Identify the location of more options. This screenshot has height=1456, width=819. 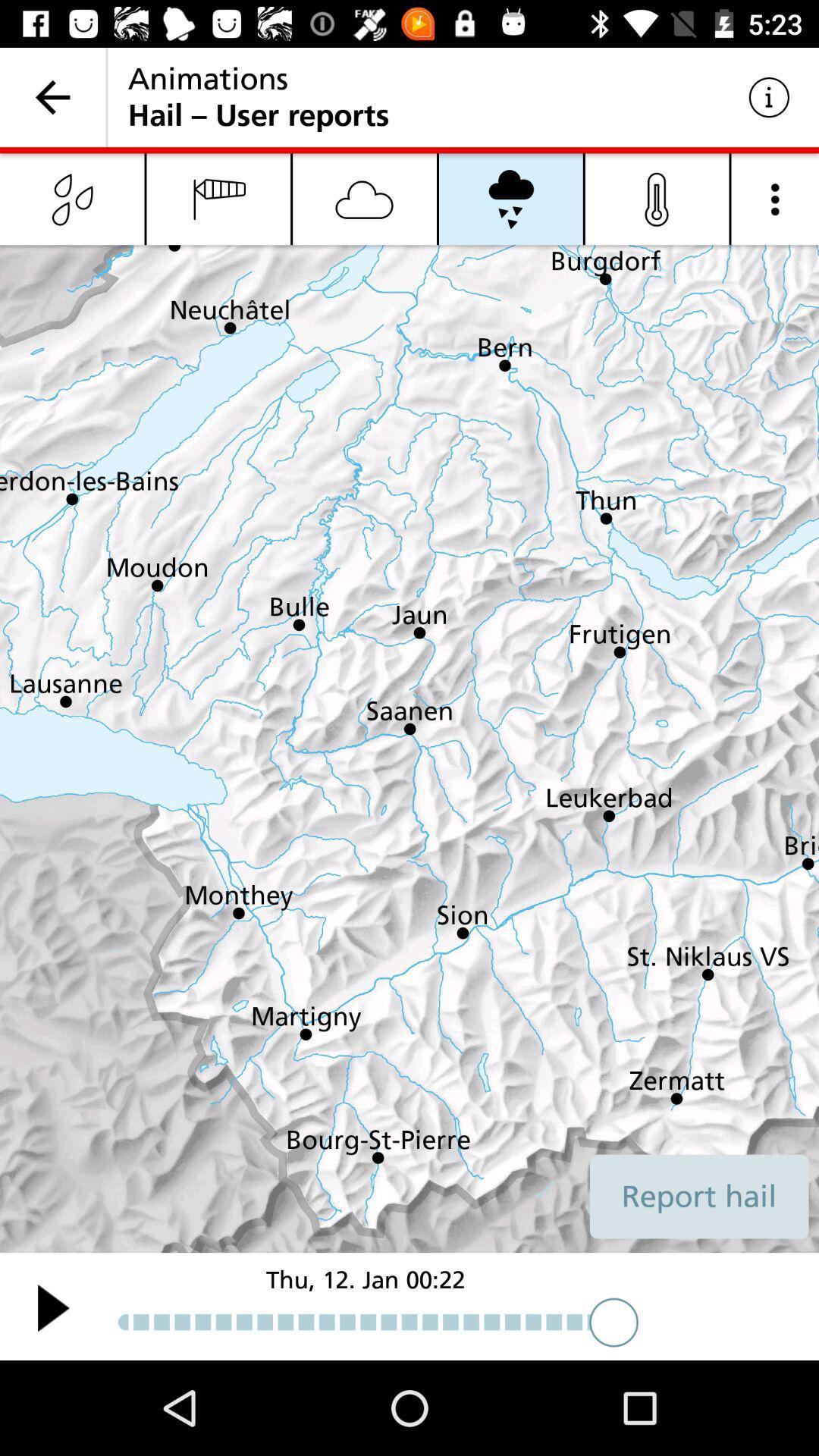
(775, 198).